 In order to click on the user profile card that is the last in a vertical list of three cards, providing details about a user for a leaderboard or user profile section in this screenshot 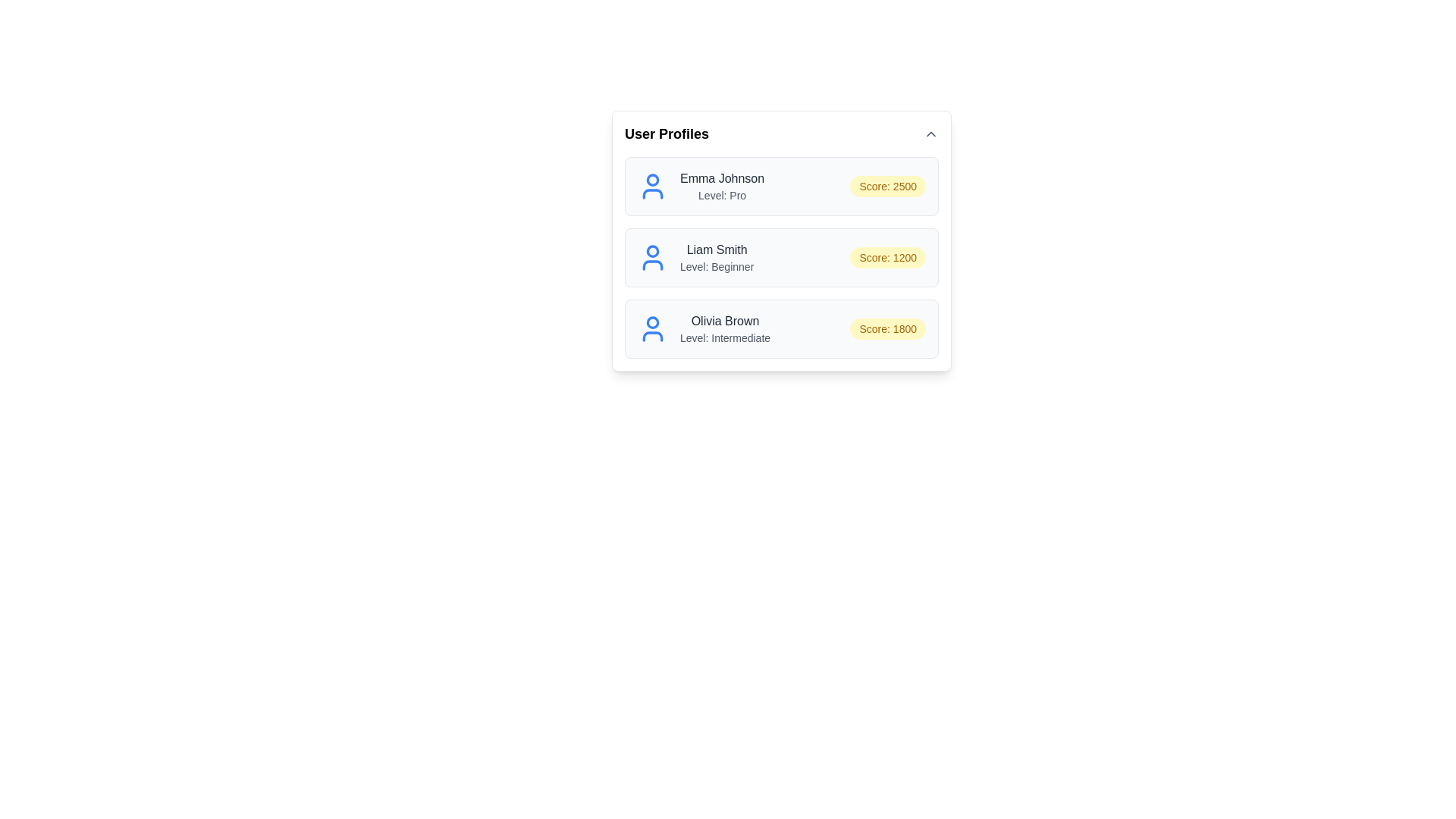, I will do `click(782, 328)`.